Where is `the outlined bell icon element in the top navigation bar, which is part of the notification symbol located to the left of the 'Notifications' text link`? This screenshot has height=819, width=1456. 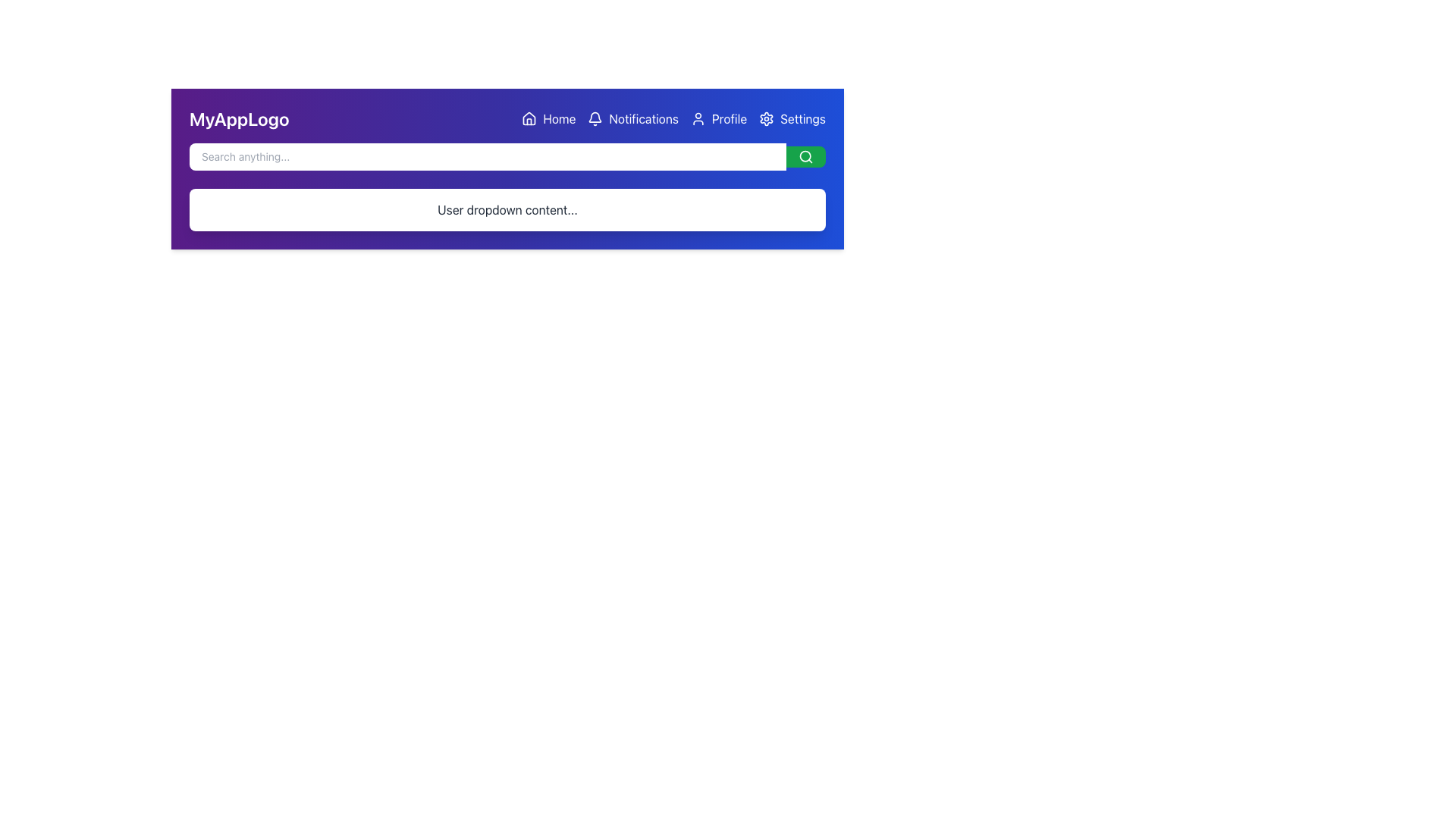
the outlined bell icon element in the top navigation bar, which is part of the notification symbol located to the left of the 'Notifications' text link is located at coordinates (595, 116).